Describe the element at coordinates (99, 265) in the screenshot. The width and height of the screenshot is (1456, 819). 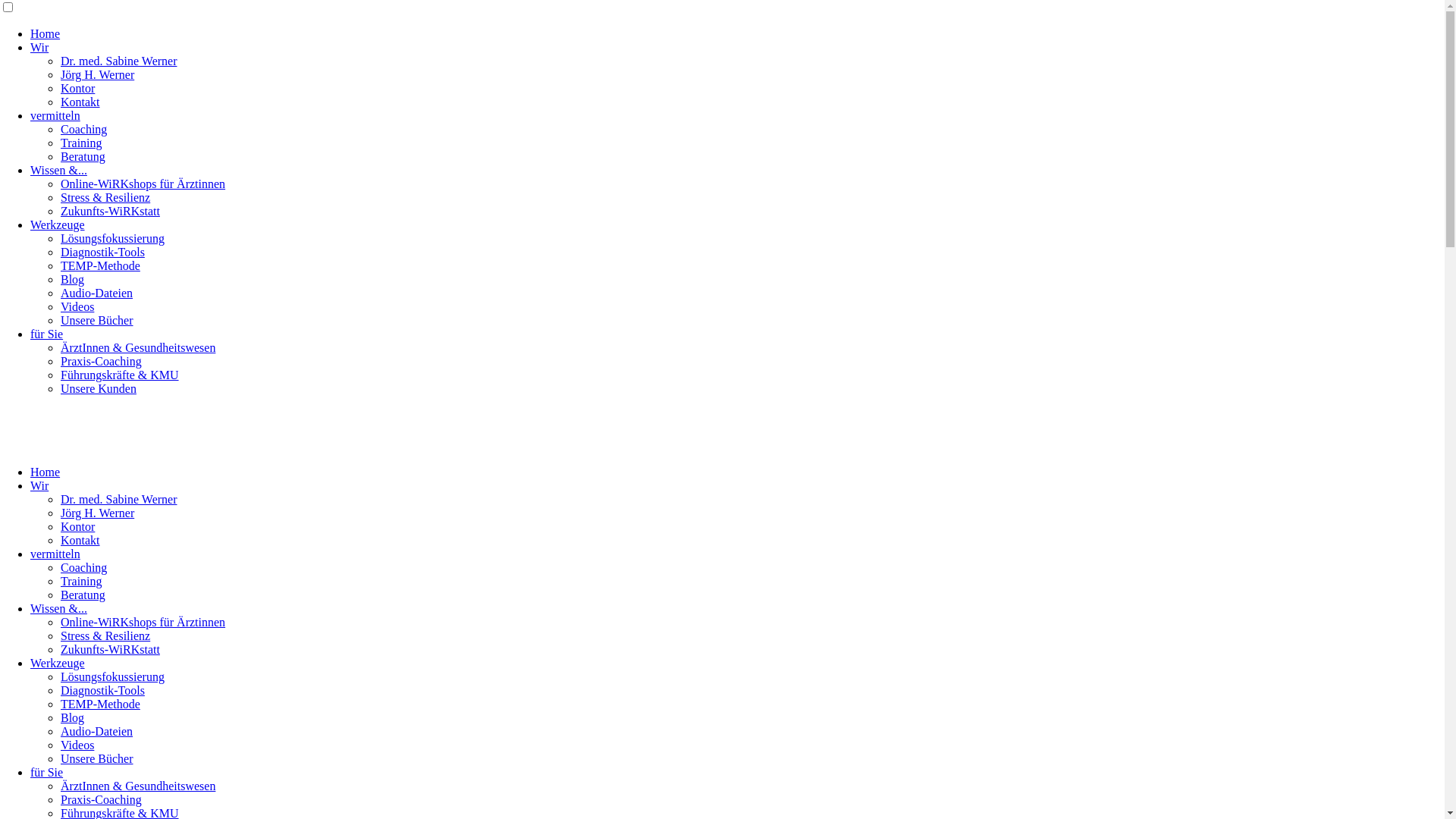
I see `'TEMP-Methode'` at that location.